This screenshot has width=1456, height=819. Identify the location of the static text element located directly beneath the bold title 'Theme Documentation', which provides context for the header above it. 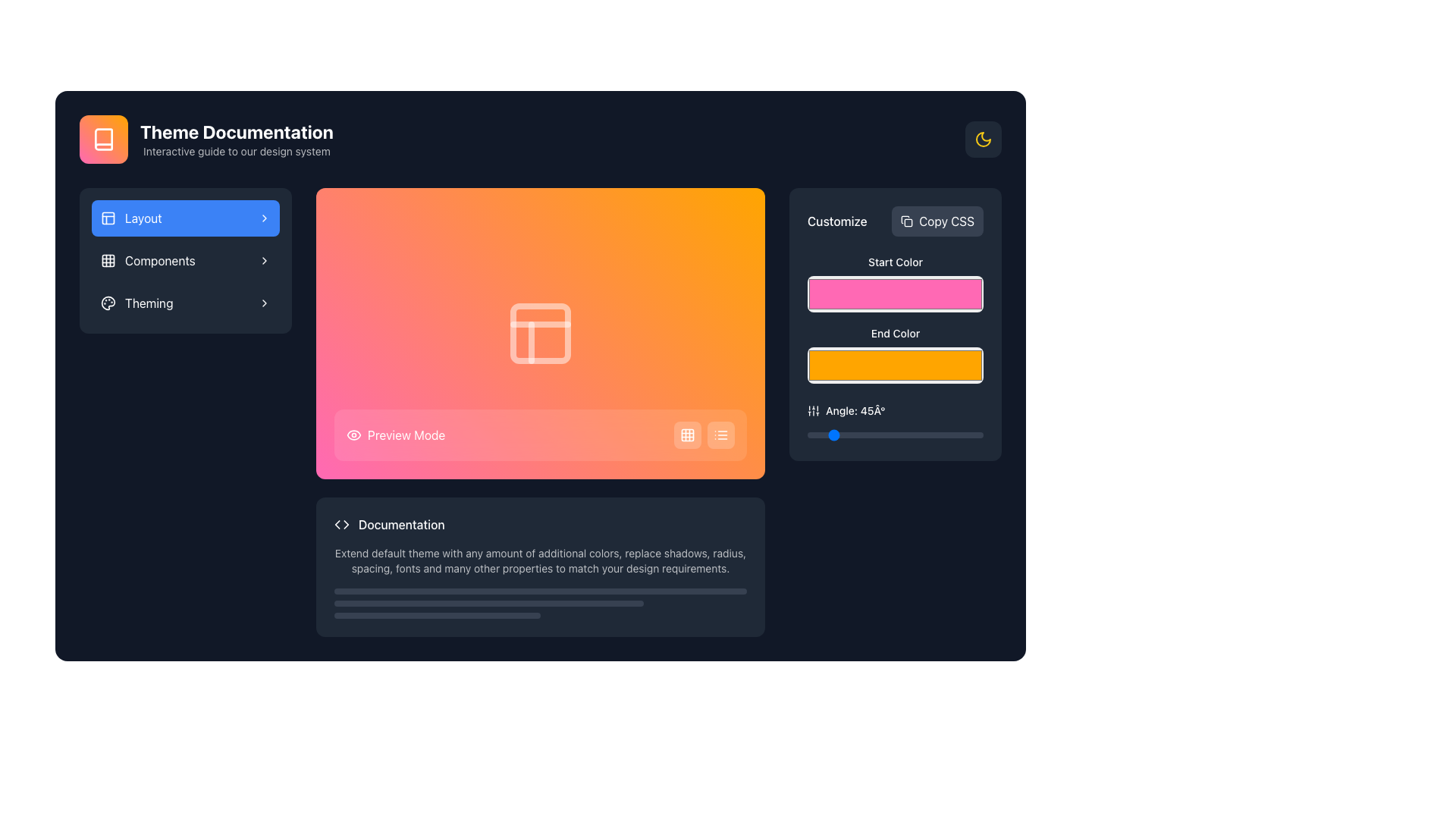
(236, 152).